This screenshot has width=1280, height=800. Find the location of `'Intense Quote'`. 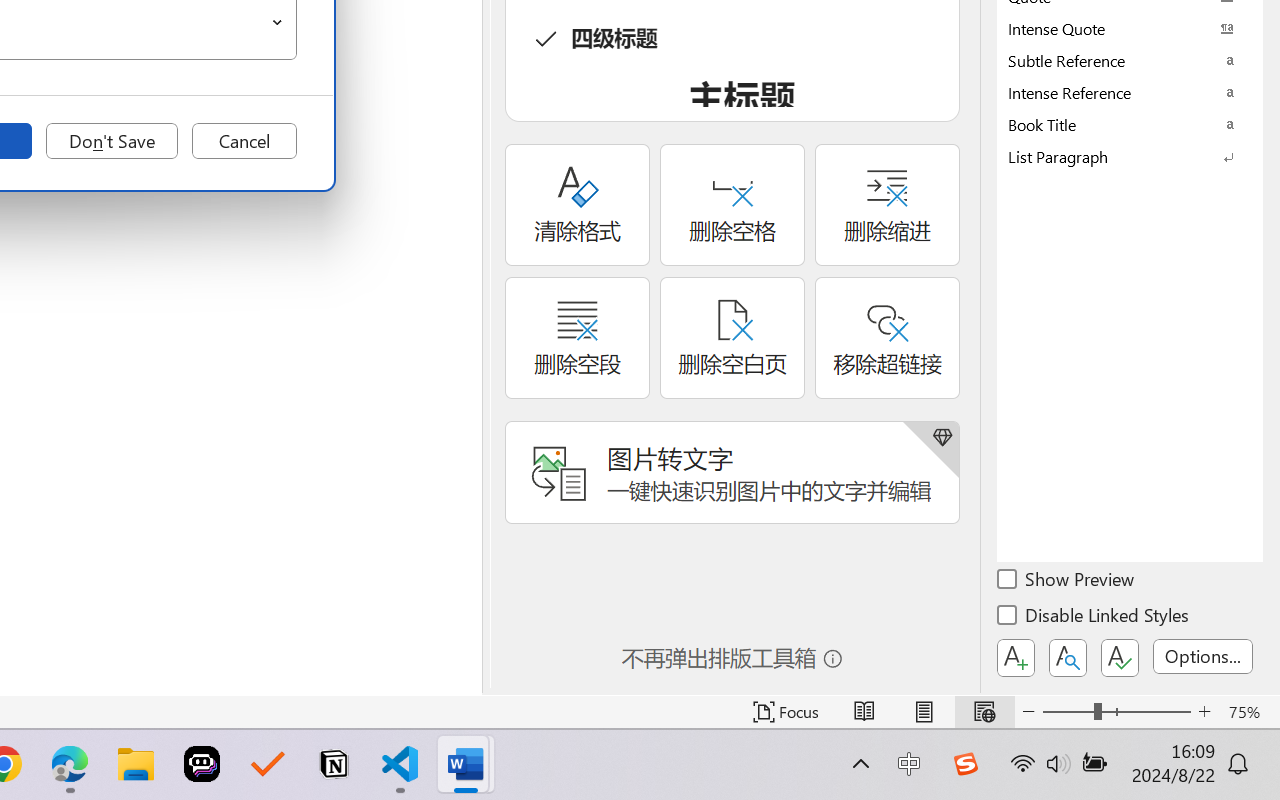

'Intense Quote' is located at coordinates (1130, 28).